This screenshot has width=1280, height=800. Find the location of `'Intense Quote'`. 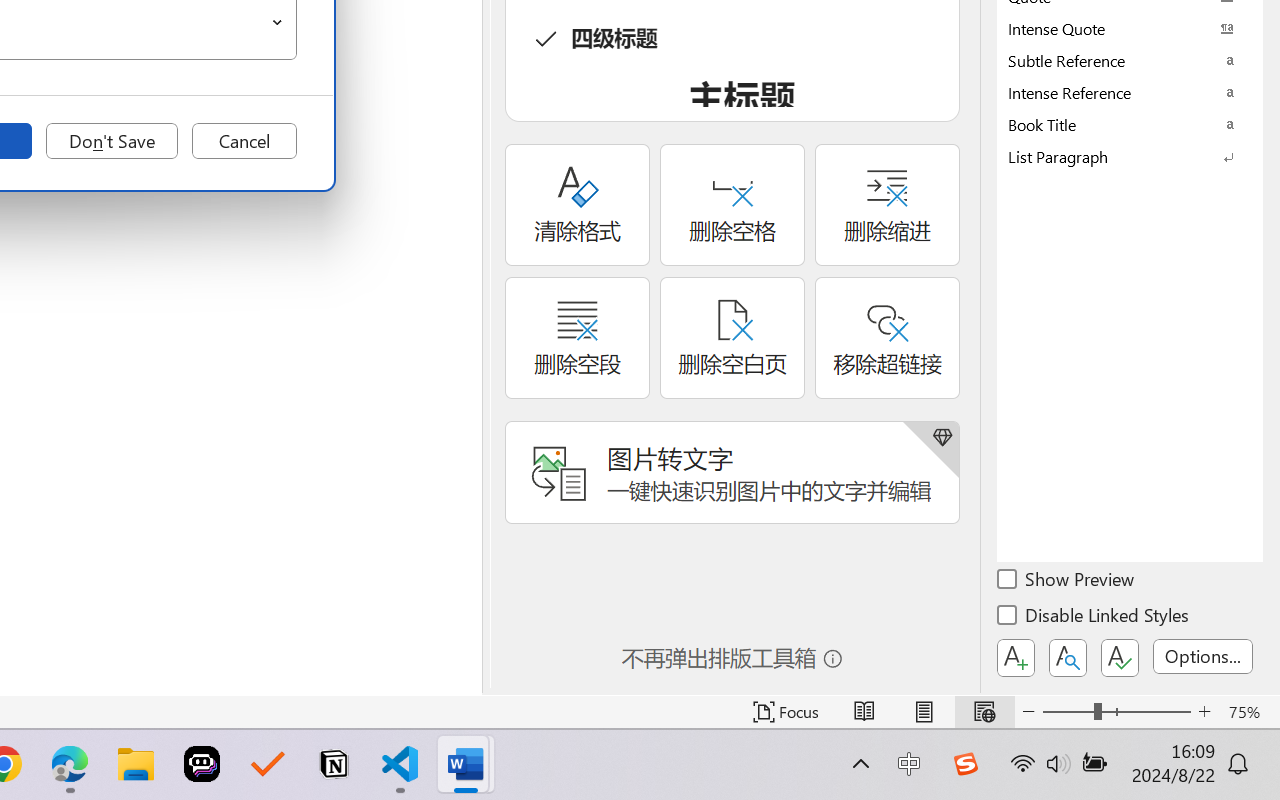

'Intense Quote' is located at coordinates (1130, 28).